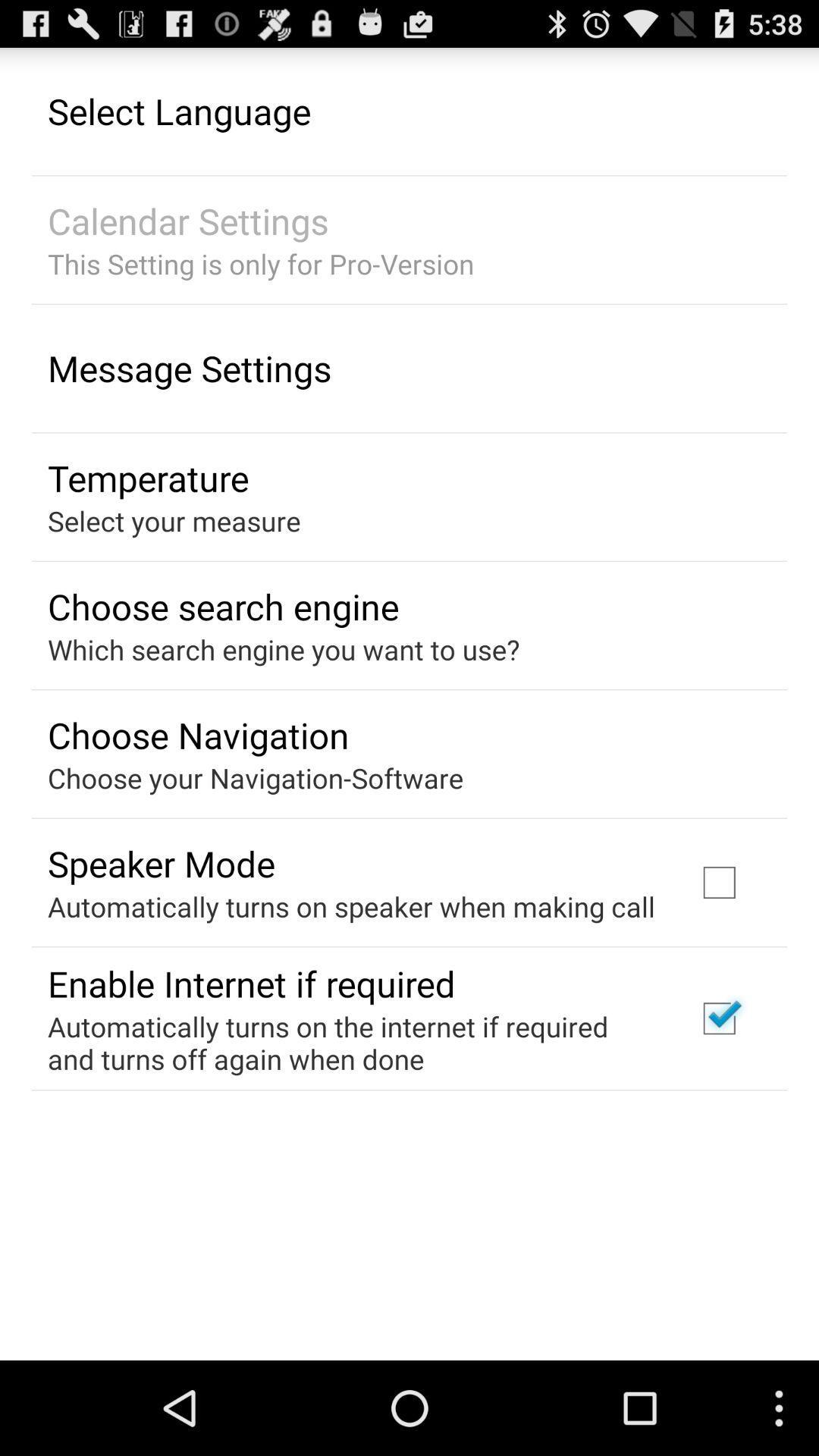 This screenshot has width=819, height=1456. I want to click on icon below the this setting is, so click(189, 368).